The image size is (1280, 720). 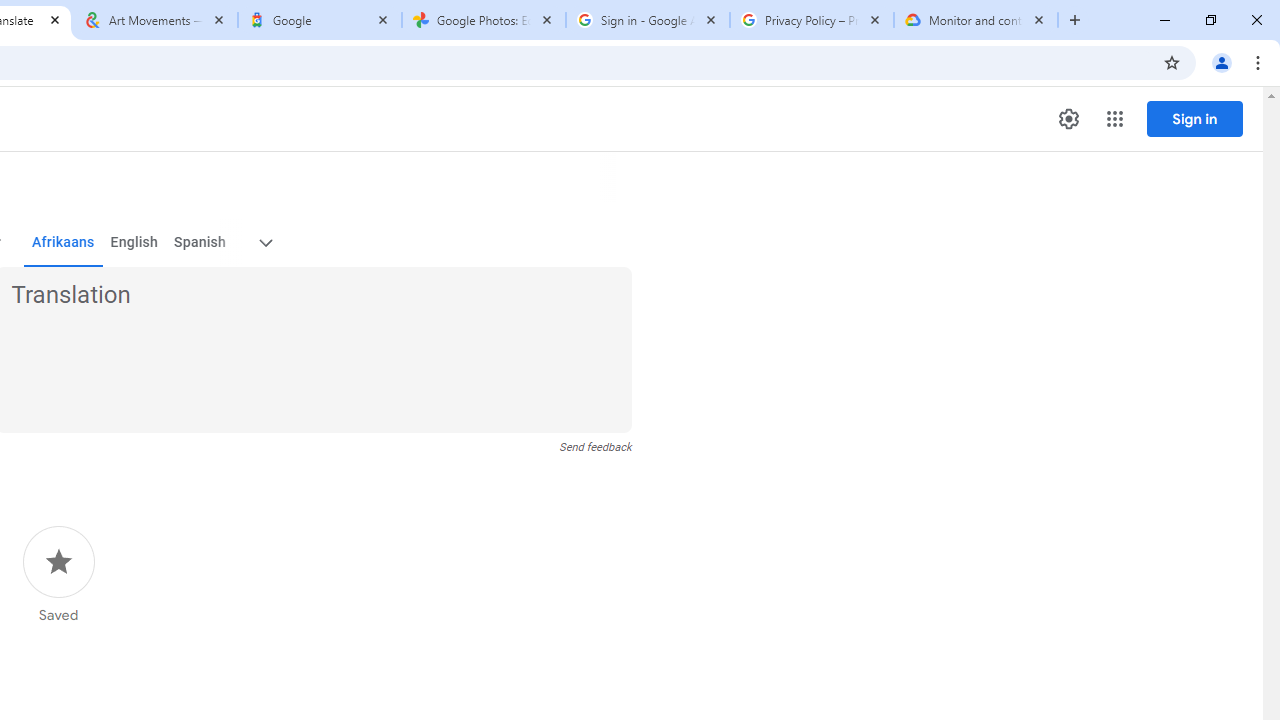 I want to click on 'Saved', so click(x=58, y=575).